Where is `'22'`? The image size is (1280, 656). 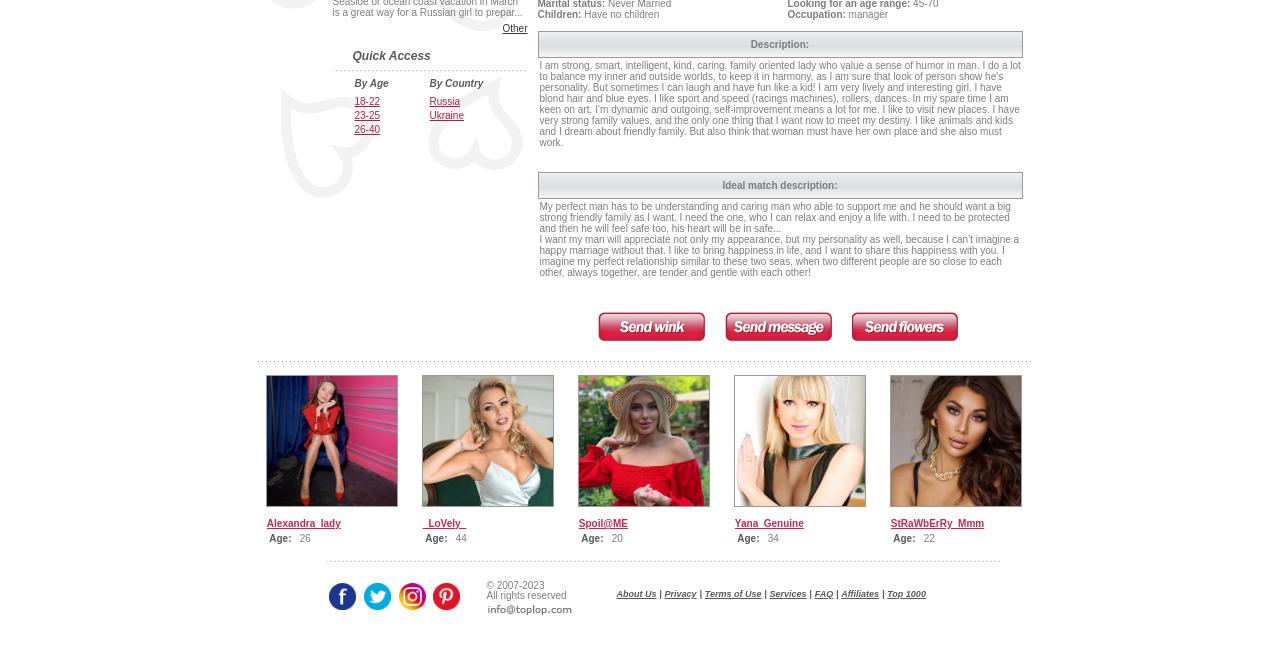
'22' is located at coordinates (927, 538).